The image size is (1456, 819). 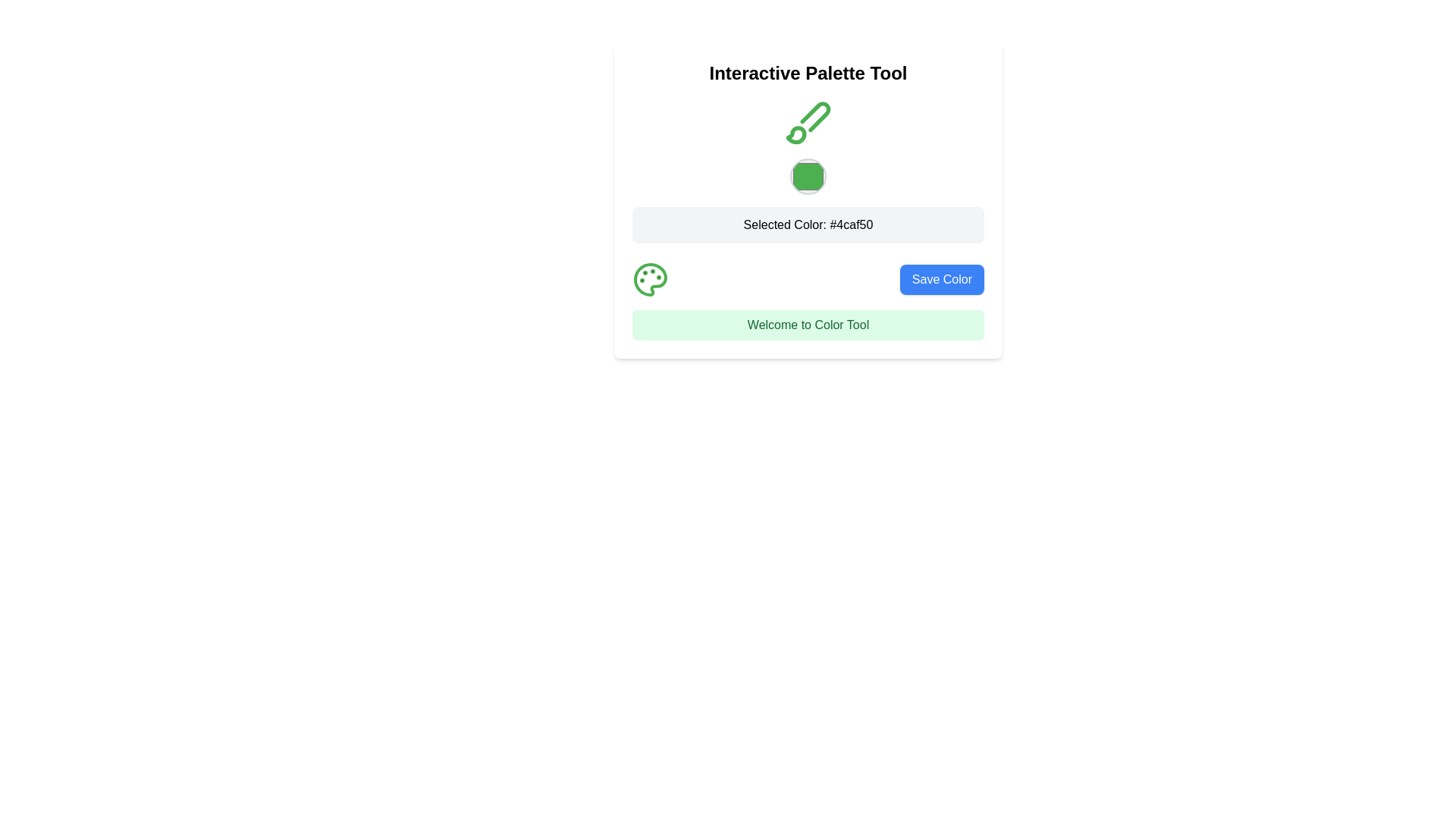 What do you see at coordinates (807, 324) in the screenshot?
I see `the static text label that displays 'Welcome to Color Tool', which is styled in dark green and located near the bottom of the card interface` at bounding box center [807, 324].